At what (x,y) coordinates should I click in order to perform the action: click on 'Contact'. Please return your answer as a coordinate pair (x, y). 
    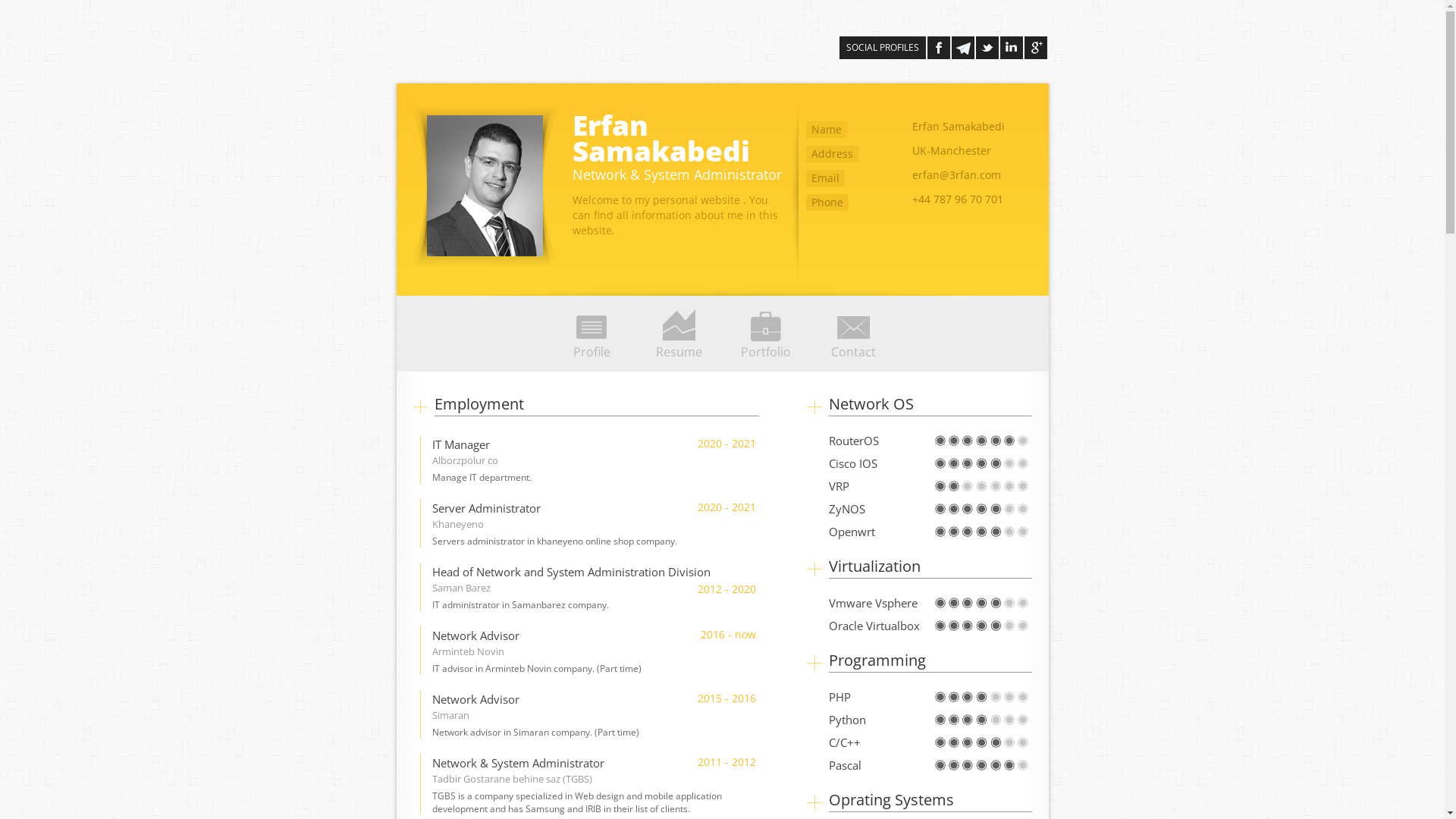
    Looking at the image, I should click on (853, 328).